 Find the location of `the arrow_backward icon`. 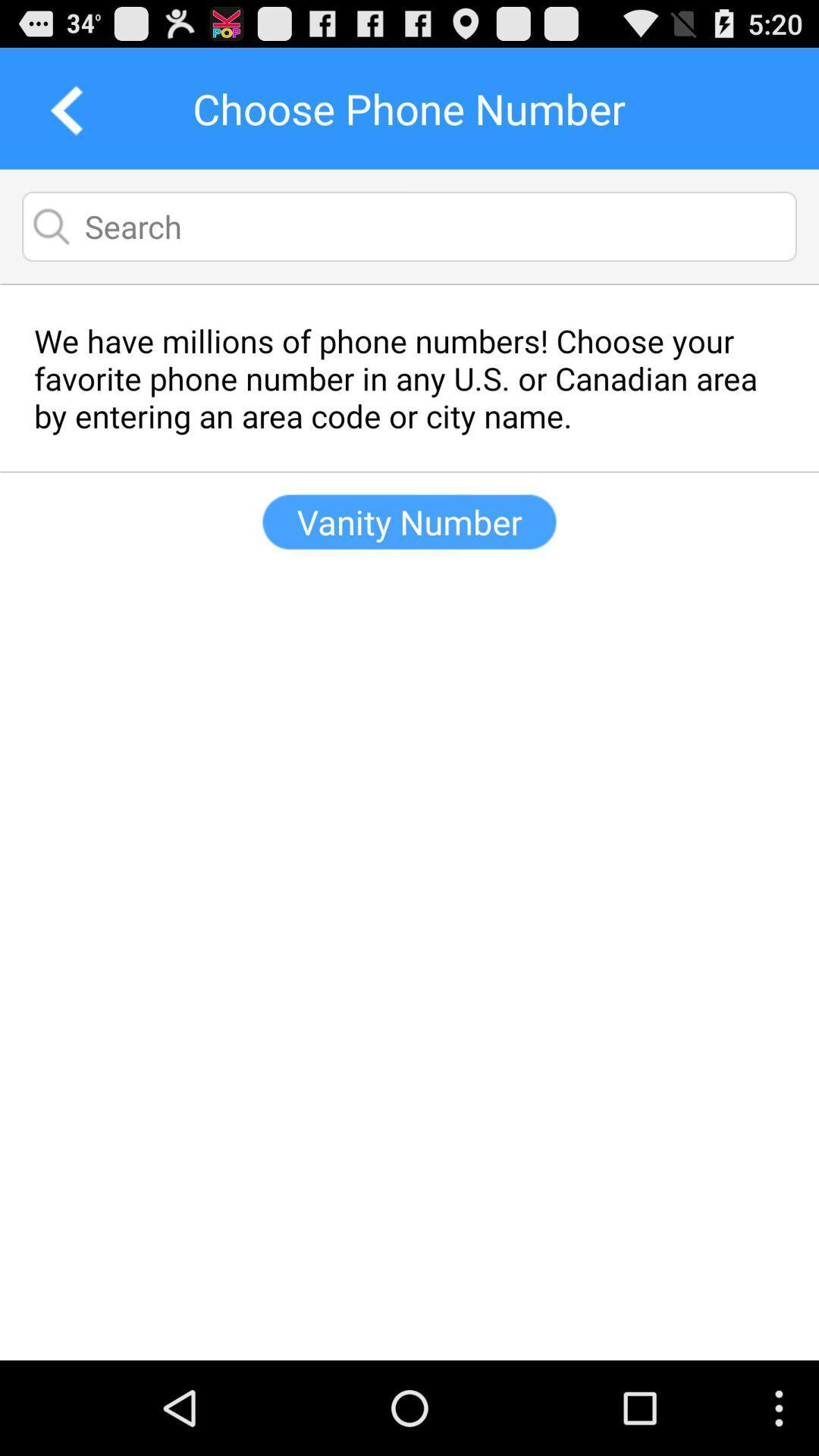

the arrow_backward icon is located at coordinates (61, 115).